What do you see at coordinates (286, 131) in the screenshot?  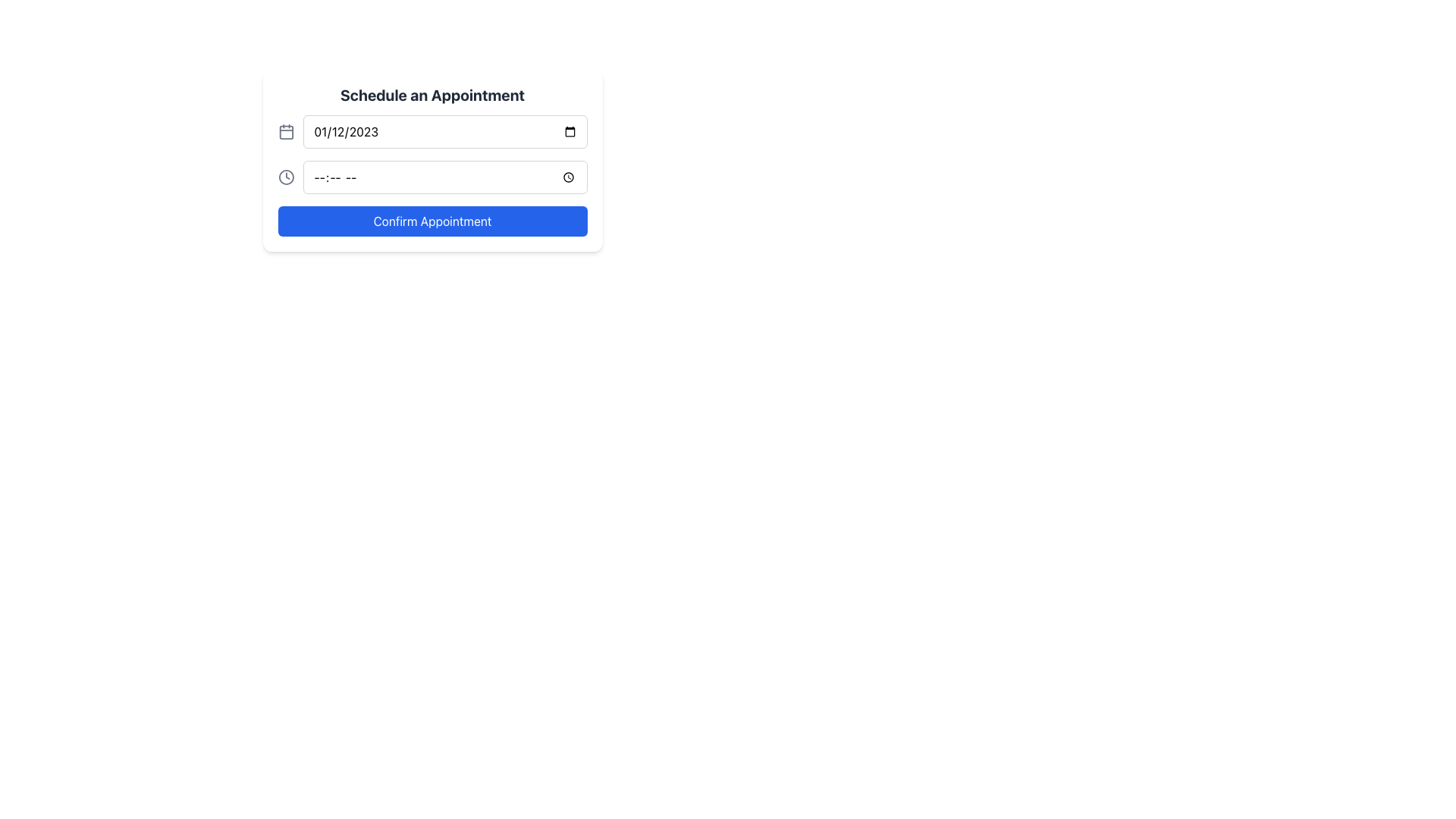 I see `the Decorative Icon Component that visually represents a calendar, located at the top-left corner of the interface, near the 'Schedule an Appointment' text` at bounding box center [286, 131].